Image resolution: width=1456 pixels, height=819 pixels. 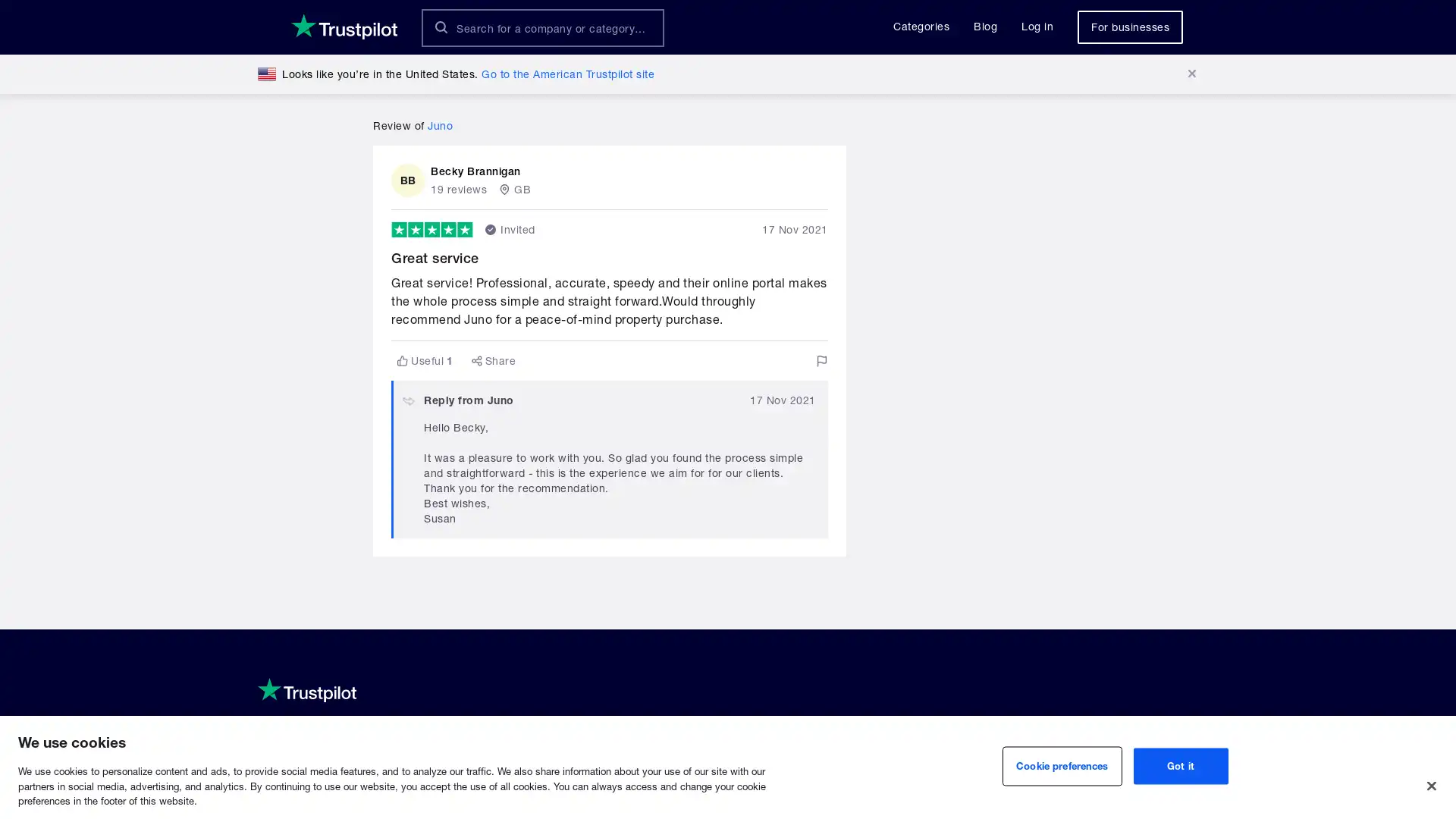 I want to click on Search, so click(x=440, y=27).